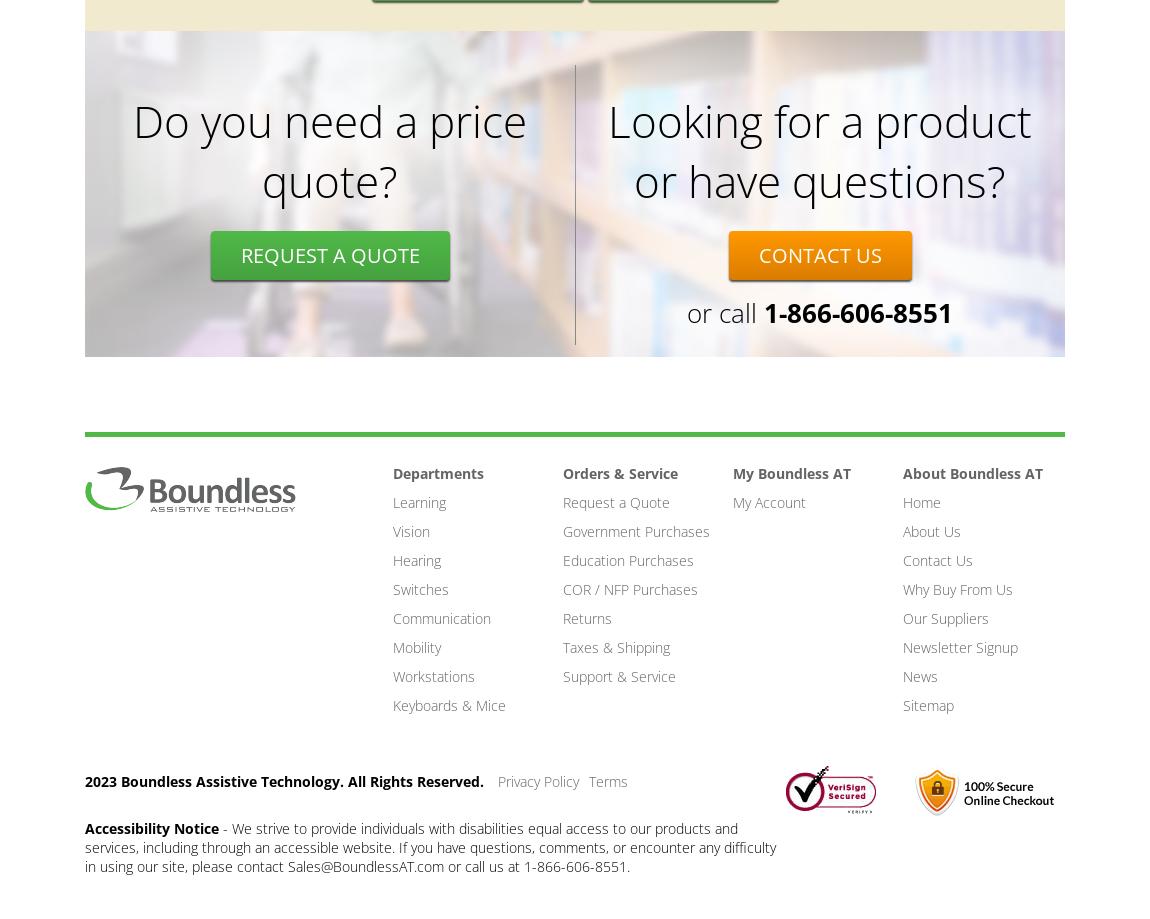  Describe the element at coordinates (931, 530) in the screenshot. I see `'About Us'` at that location.